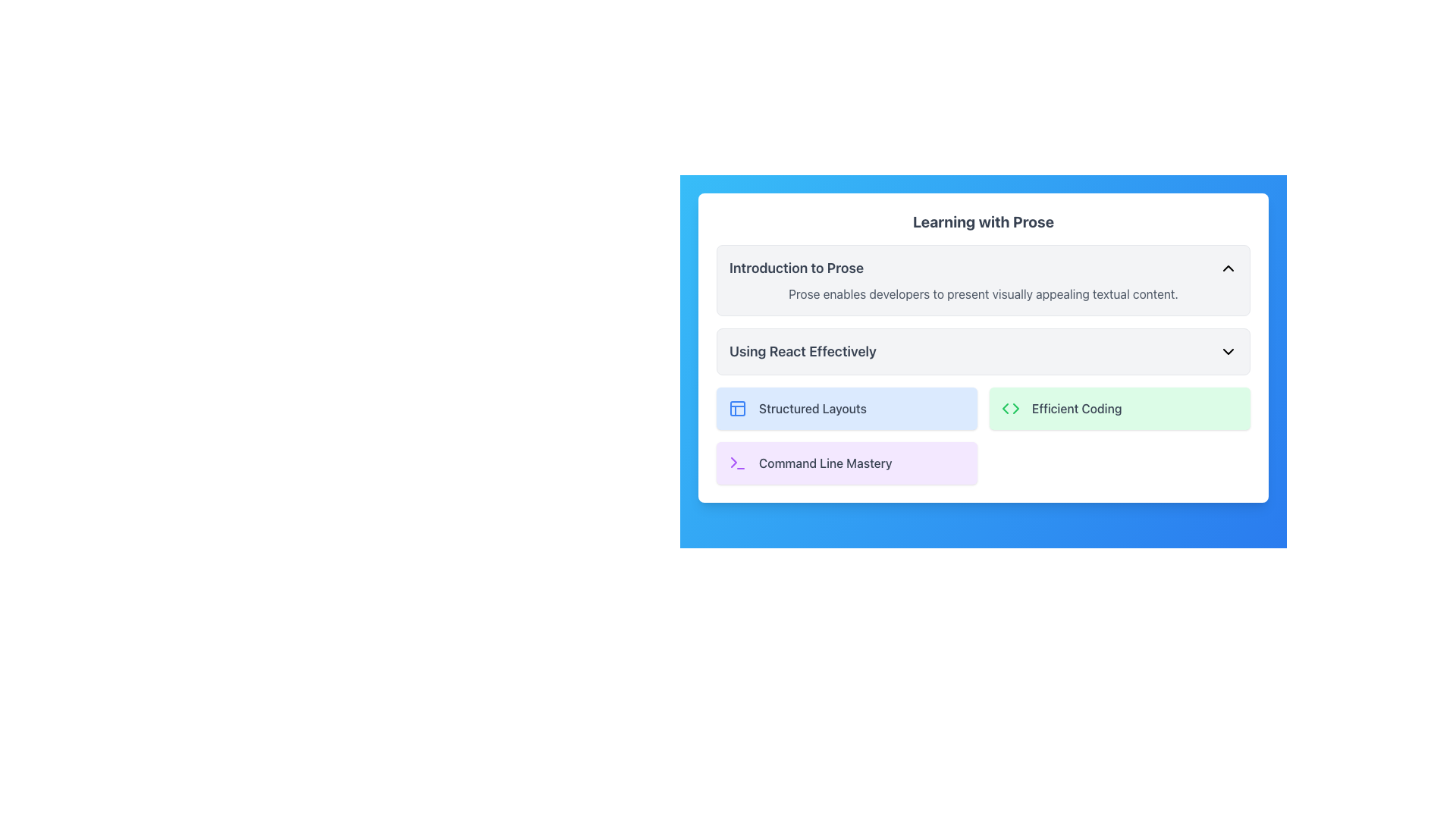  Describe the element at coordinates (1228, 351) in the screenshot. I see `the Dropdown trigger element, which is represented by a downward-facing chevron icon located on the top-right side of the 'Using React Effectively' section` at that location.